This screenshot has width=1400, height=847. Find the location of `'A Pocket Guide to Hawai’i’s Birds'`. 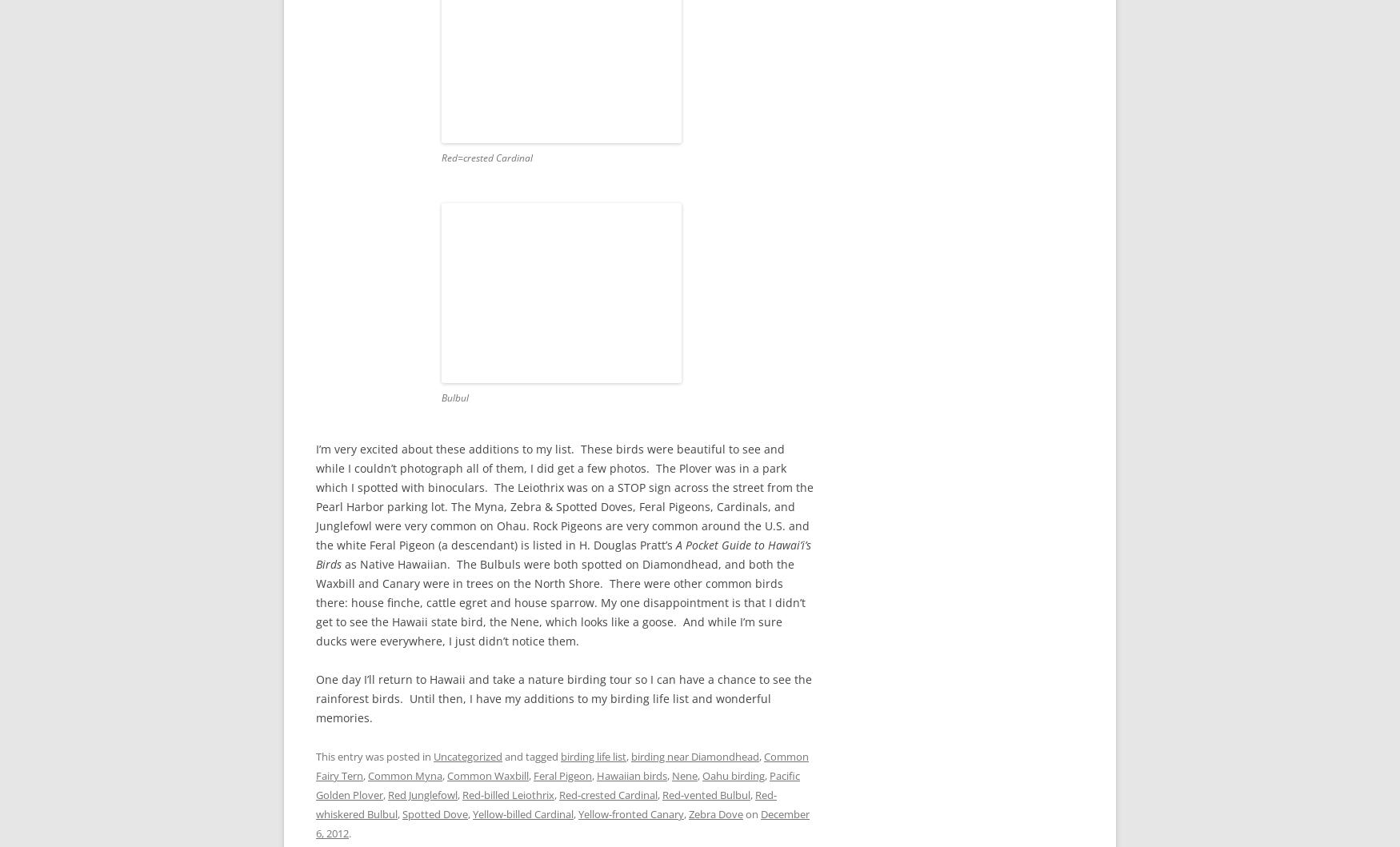

'A Pocket Guide to Hawai’i’s Birds' is located at coordinates (314, 554).